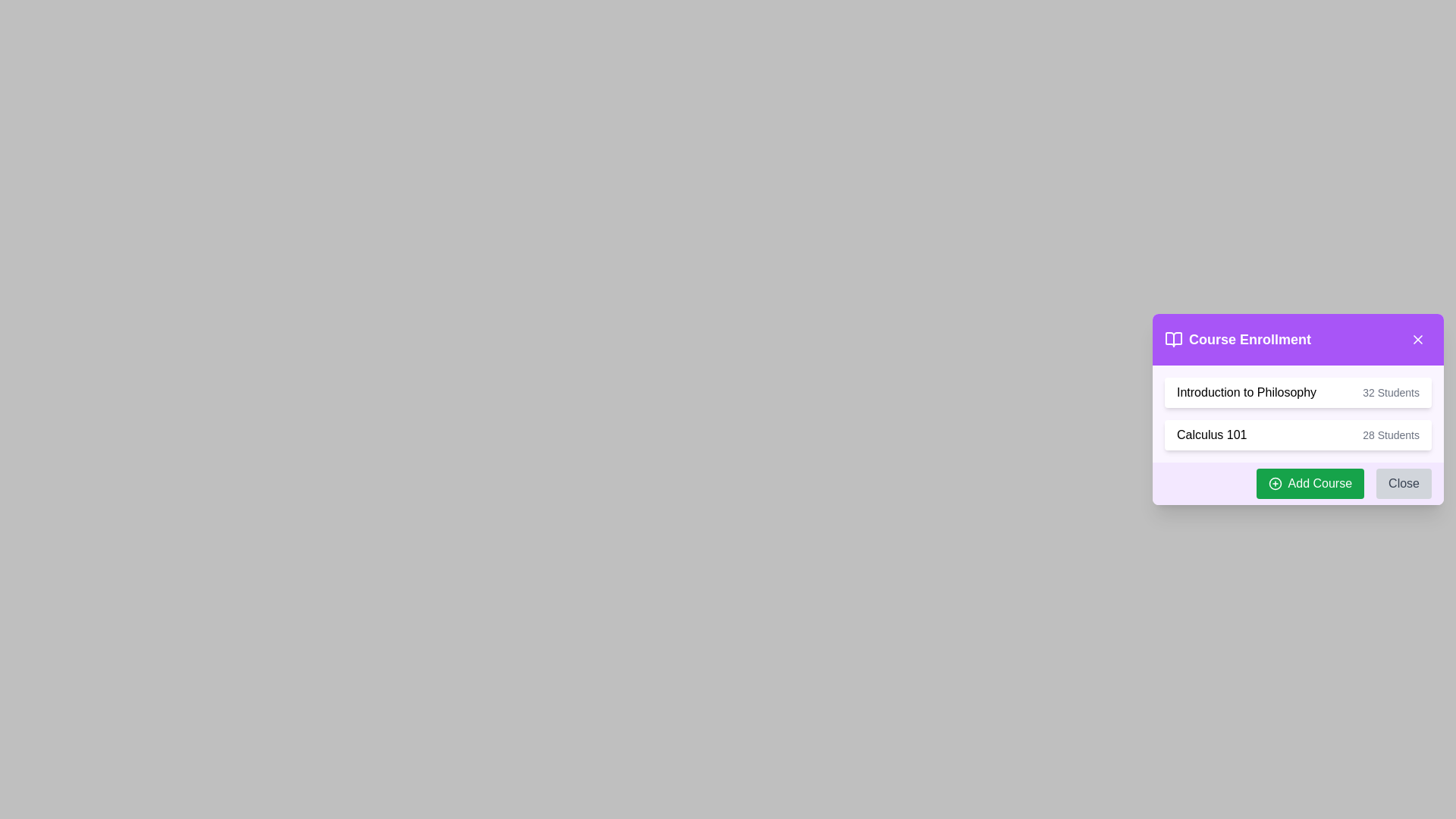  What do you see at coordinates (1403, 483) in the screenshot?
I see `the 'Close' button located at the bottom-right corner of the dialog` at bounding box center [1403, 483].